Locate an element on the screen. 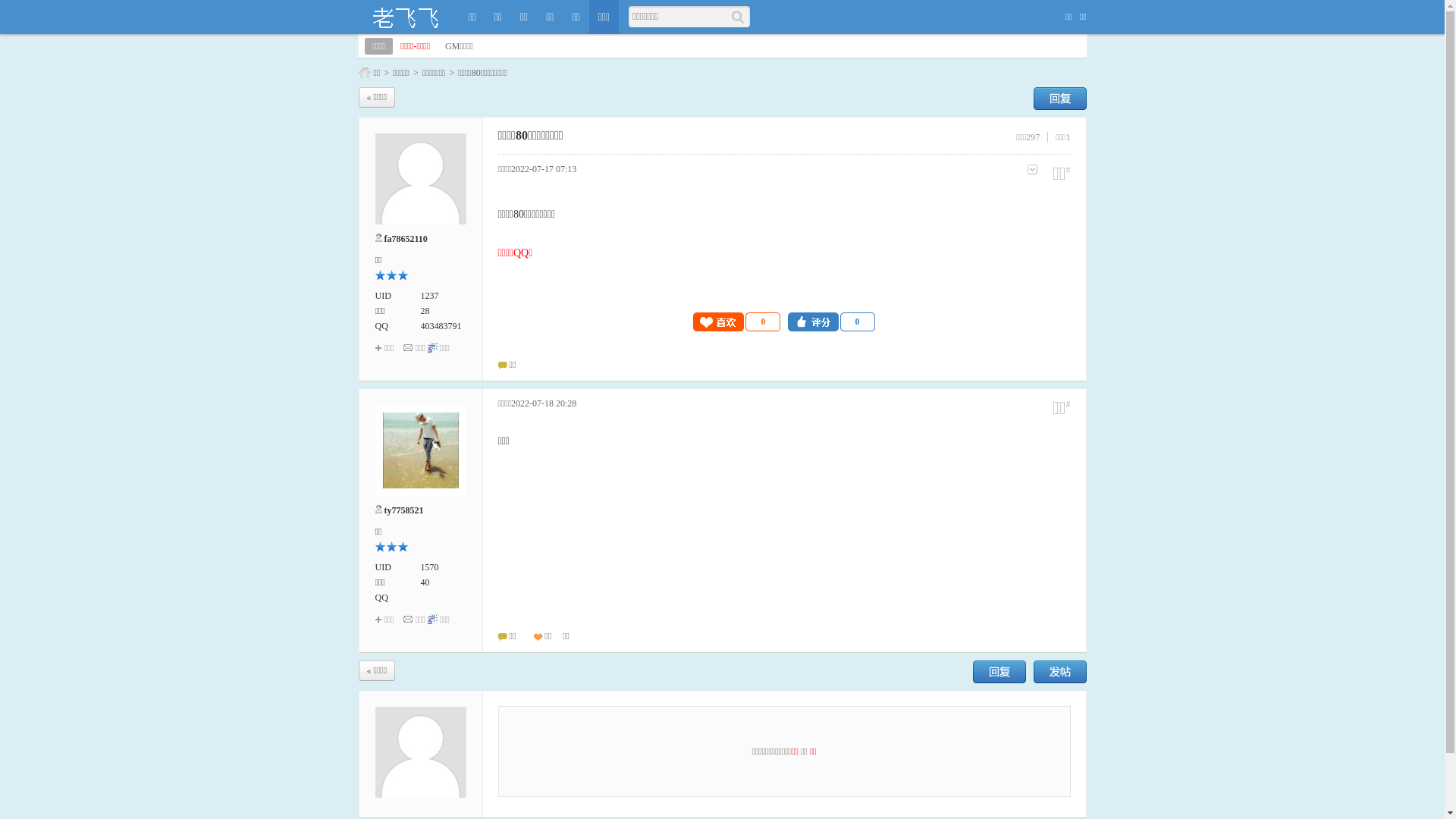 The image size is (1456, 819). 'ty7758521' is located at coordinates (403, 510).